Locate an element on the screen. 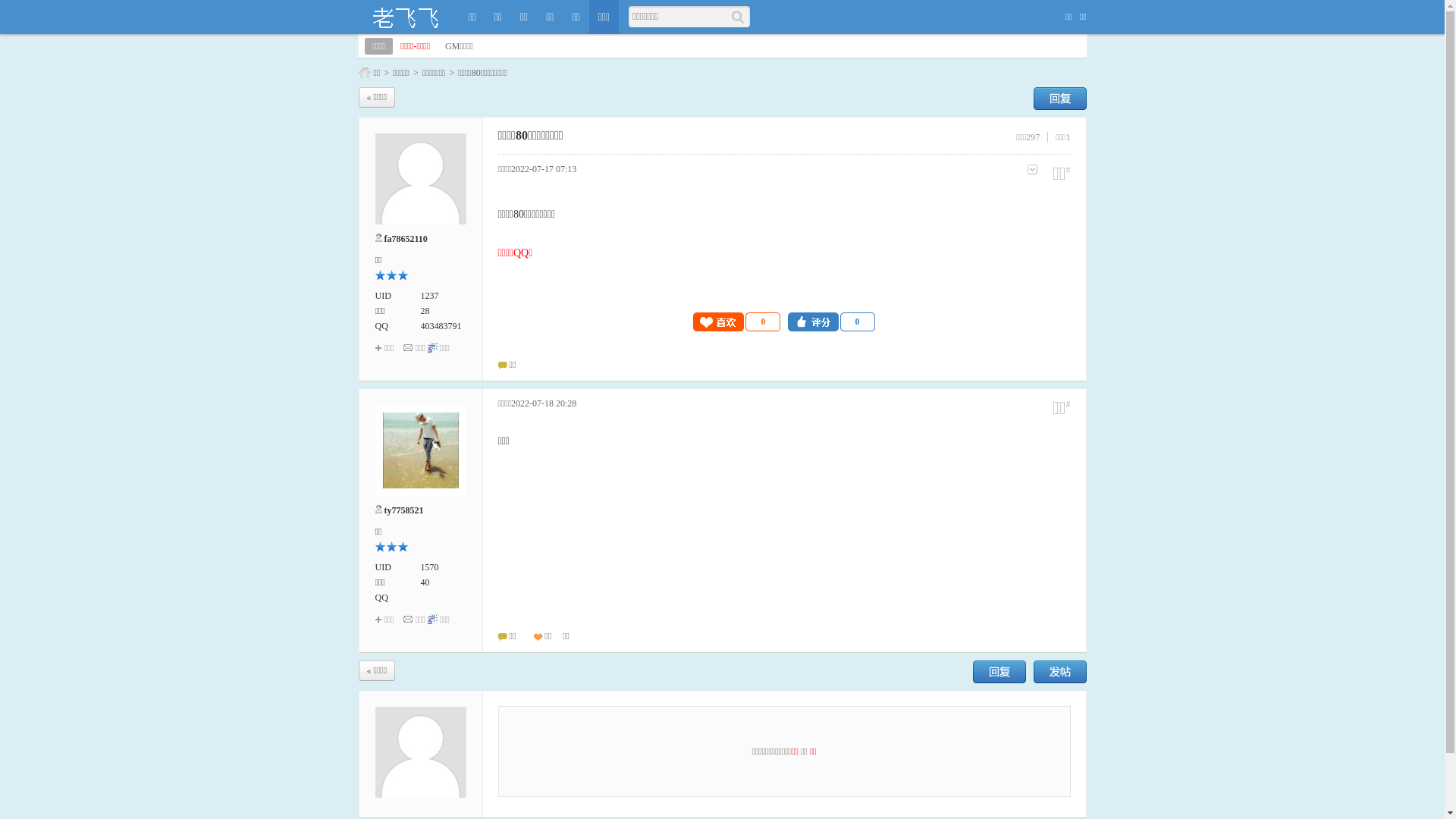 The image size is (1456, 819). 'ty7758521' is located at coordinates (403, 510).